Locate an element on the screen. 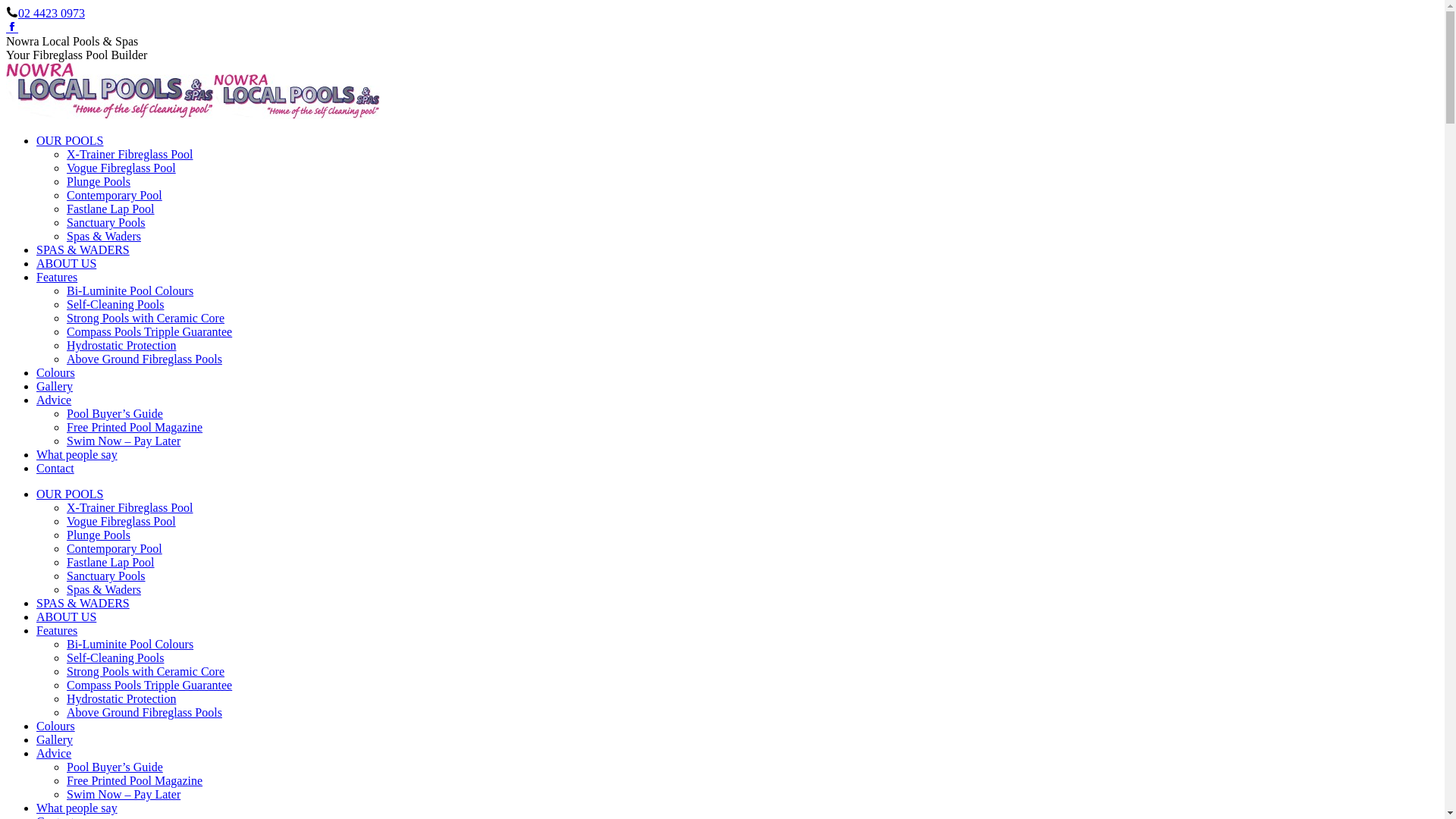 The image size is (1456, 819). 'Spas & Waders' is located at coordinates (103, 236).